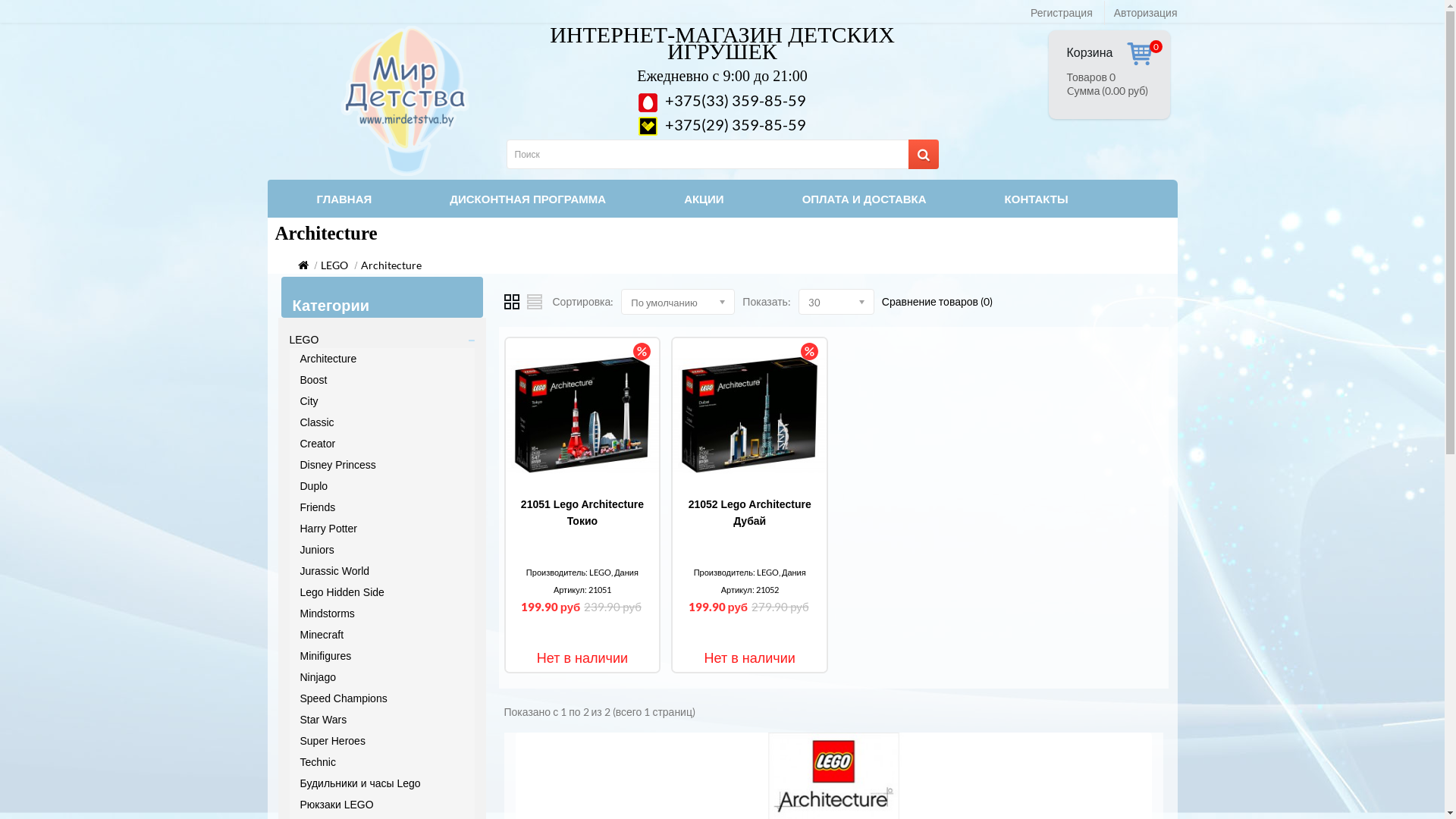  I want to click on 'Lego Hidden Side', so click(341, 591).